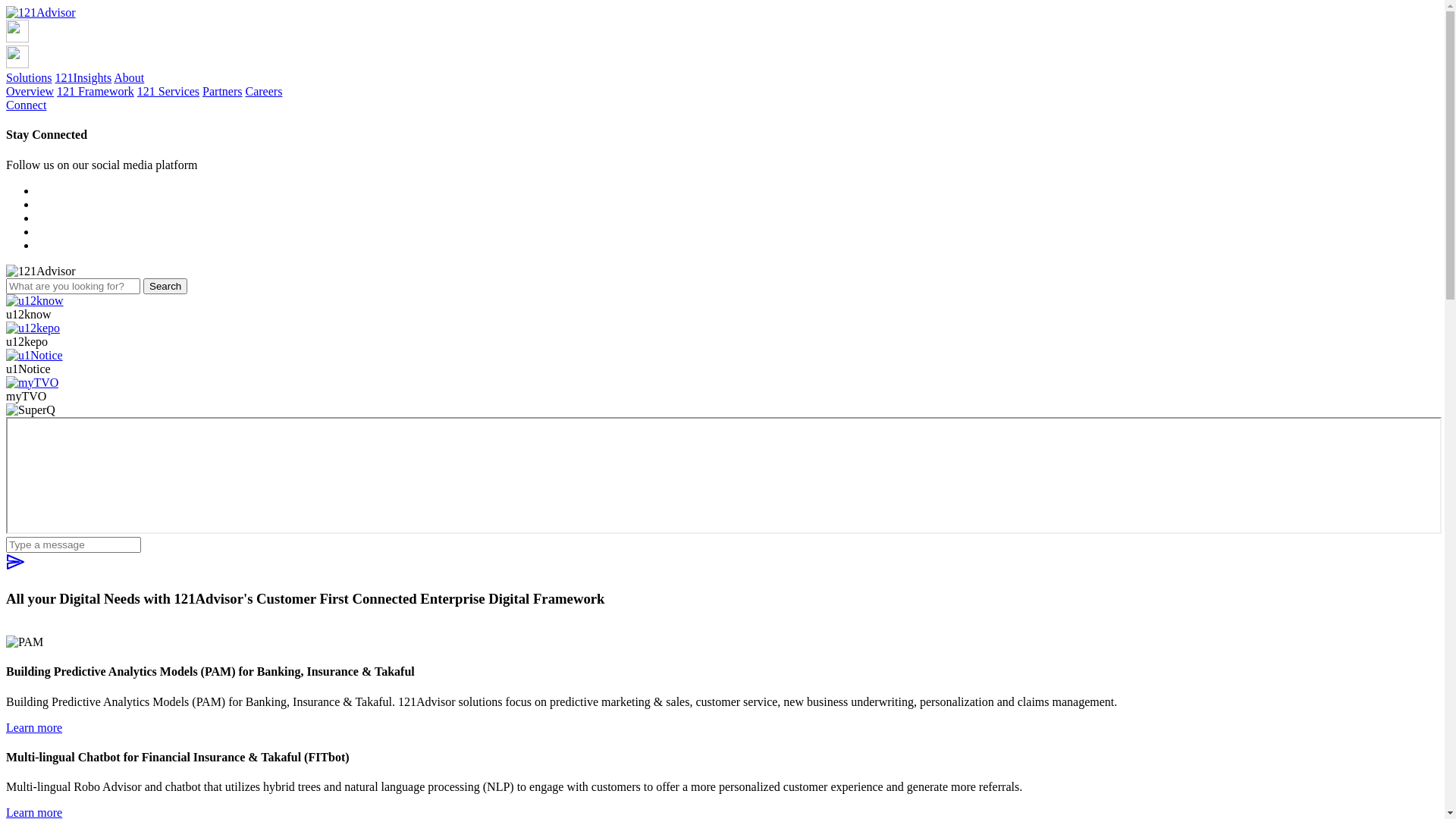 The width and height of the screenshot is (1456, 819). What do you see at coordinates (82, 77) in the screenshot?
I see `'121Insights'` at bounding box center [82, 77].